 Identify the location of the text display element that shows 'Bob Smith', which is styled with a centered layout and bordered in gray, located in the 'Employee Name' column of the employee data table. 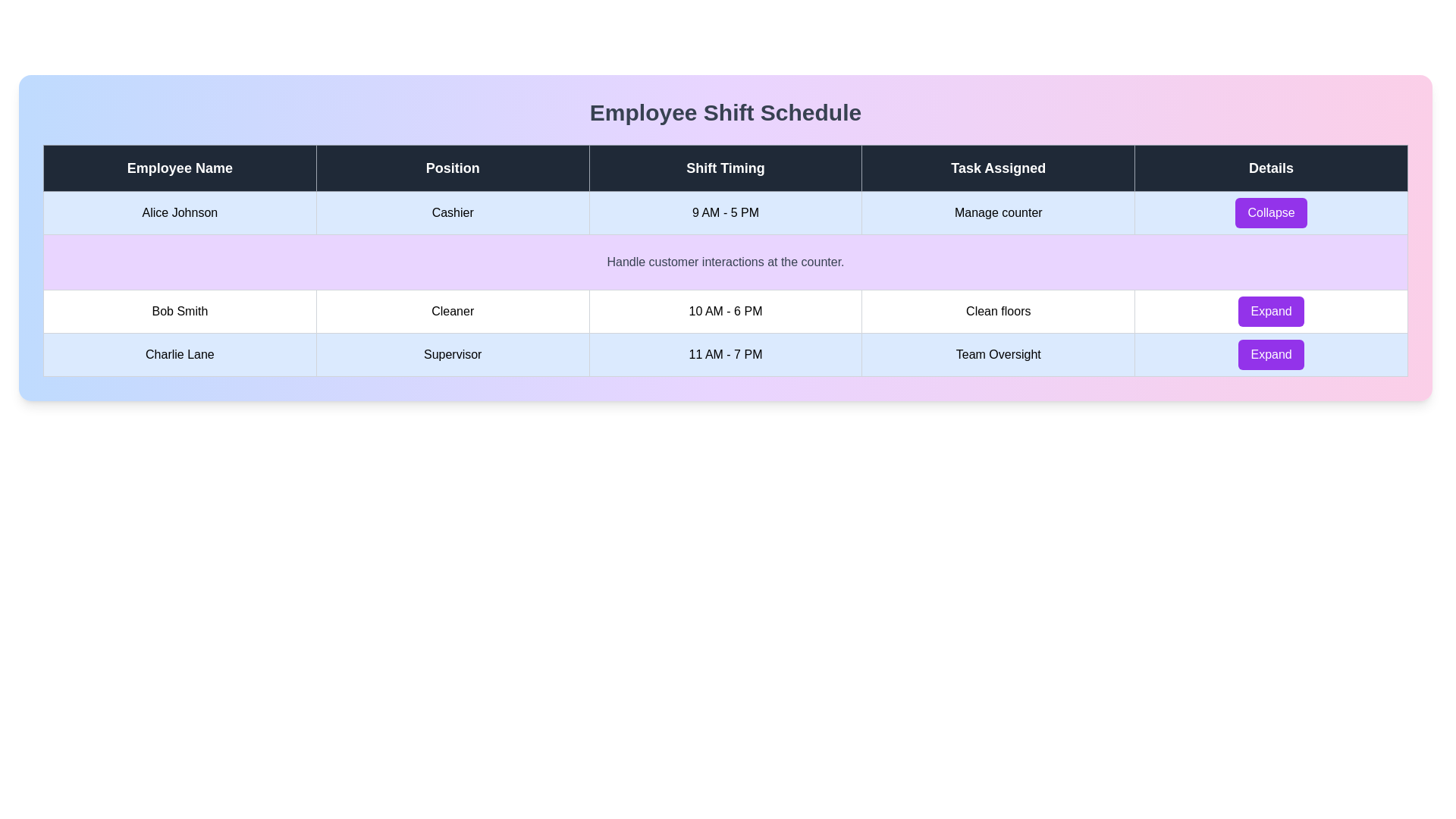
(180, 311).